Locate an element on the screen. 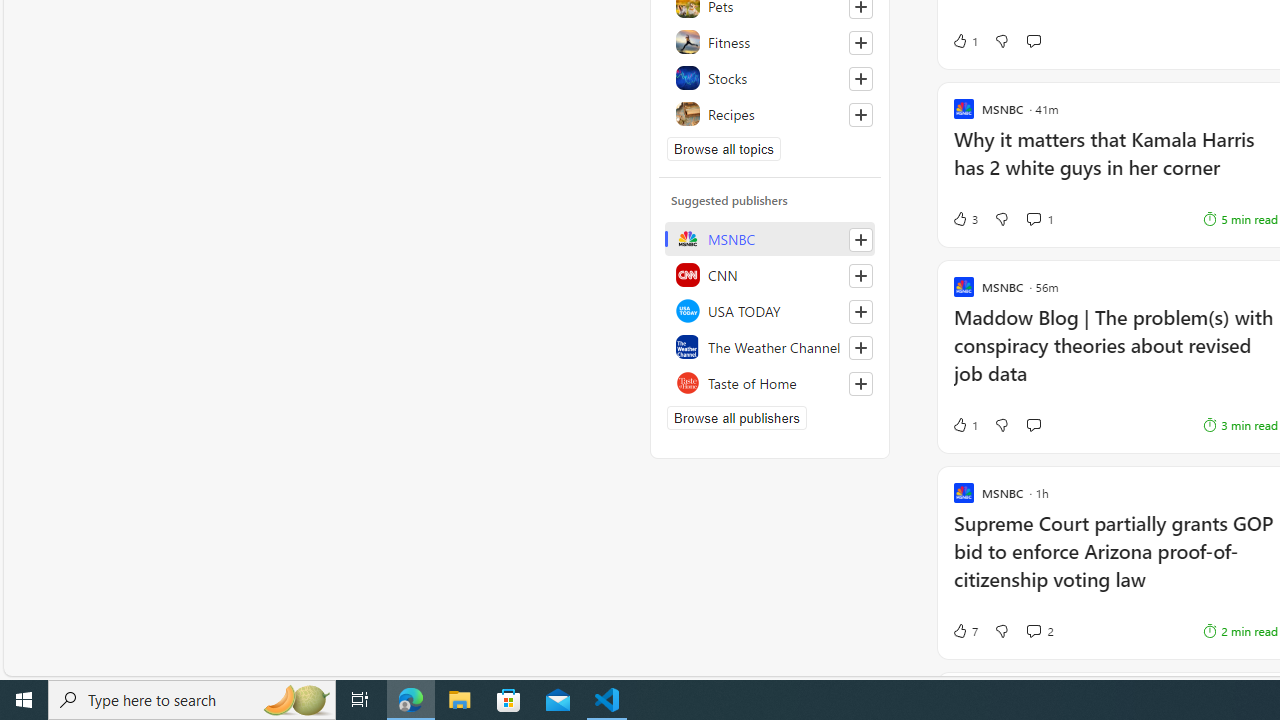  'Browse all publishers' is located at coordinates (735, 416).